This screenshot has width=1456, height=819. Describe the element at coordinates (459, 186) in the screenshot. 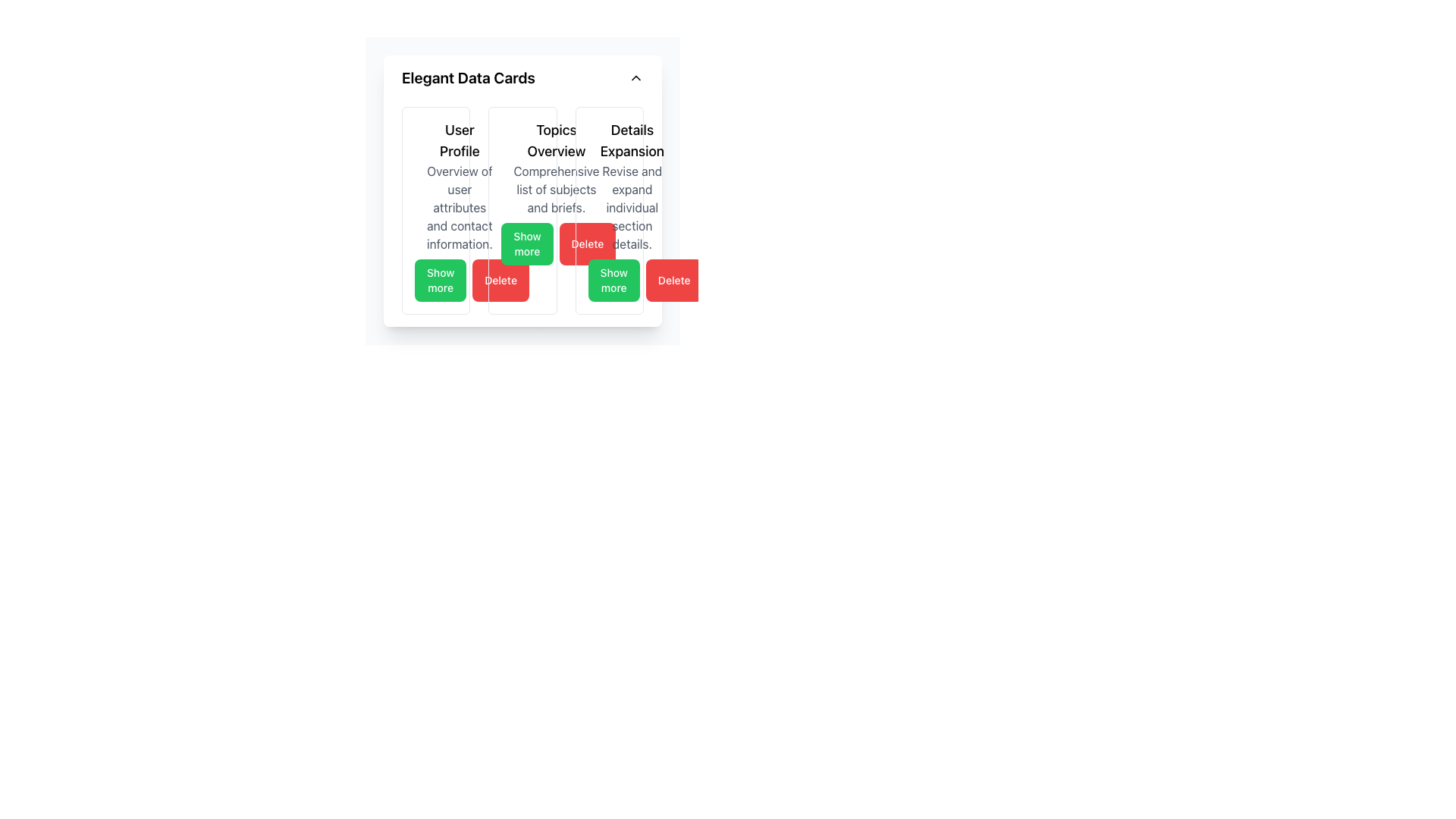

I see `the 'User Profile' text block, which displays 'Overview of user attributes and contact information.' in a card layout` at that location.